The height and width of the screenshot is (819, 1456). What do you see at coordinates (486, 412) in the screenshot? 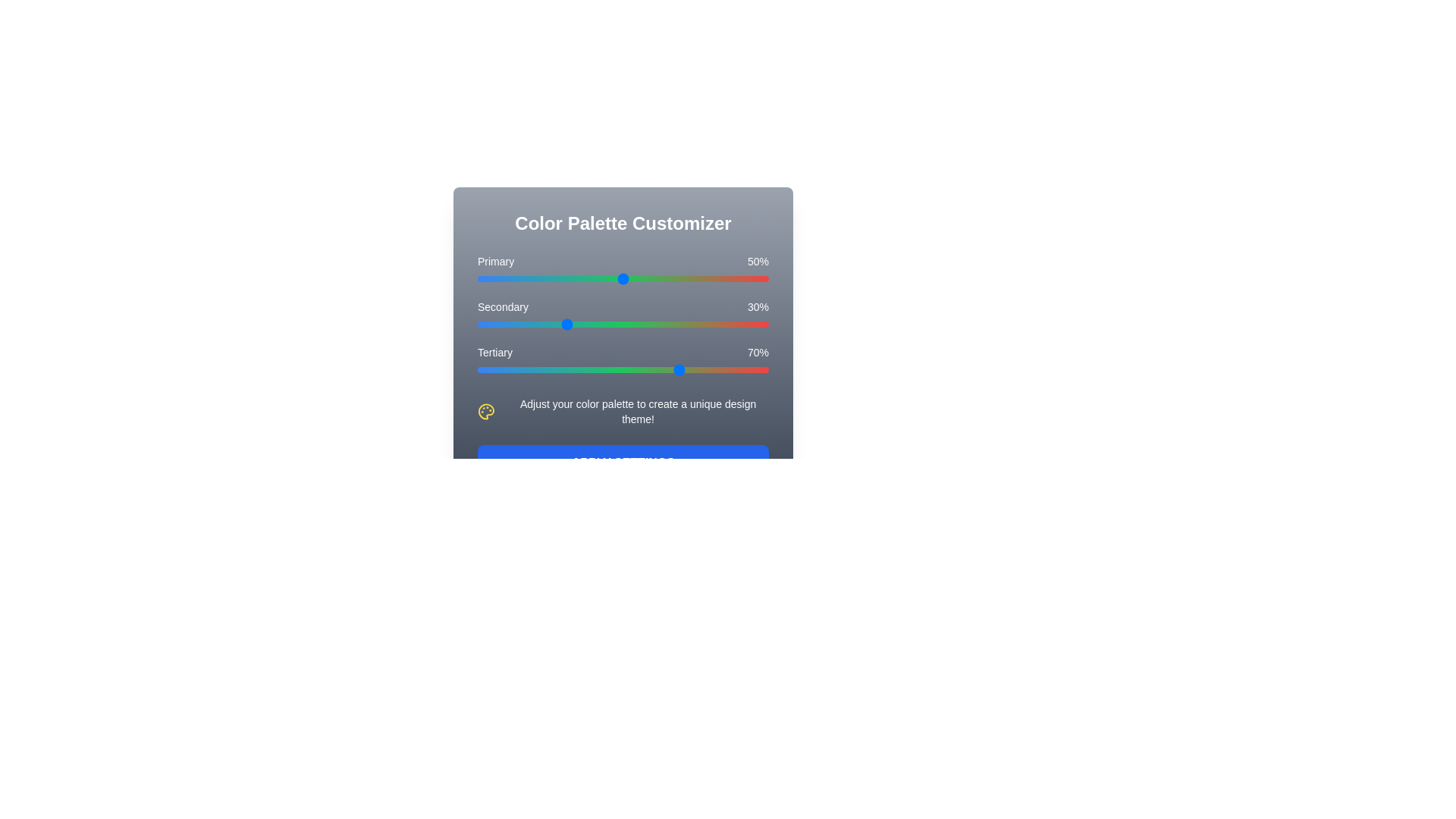
I see `the non-interactive color palette customization icon, located near the center-bottom area of the UI, above the 'ADJUST COLORS' button` at bounding box center [486, 412].